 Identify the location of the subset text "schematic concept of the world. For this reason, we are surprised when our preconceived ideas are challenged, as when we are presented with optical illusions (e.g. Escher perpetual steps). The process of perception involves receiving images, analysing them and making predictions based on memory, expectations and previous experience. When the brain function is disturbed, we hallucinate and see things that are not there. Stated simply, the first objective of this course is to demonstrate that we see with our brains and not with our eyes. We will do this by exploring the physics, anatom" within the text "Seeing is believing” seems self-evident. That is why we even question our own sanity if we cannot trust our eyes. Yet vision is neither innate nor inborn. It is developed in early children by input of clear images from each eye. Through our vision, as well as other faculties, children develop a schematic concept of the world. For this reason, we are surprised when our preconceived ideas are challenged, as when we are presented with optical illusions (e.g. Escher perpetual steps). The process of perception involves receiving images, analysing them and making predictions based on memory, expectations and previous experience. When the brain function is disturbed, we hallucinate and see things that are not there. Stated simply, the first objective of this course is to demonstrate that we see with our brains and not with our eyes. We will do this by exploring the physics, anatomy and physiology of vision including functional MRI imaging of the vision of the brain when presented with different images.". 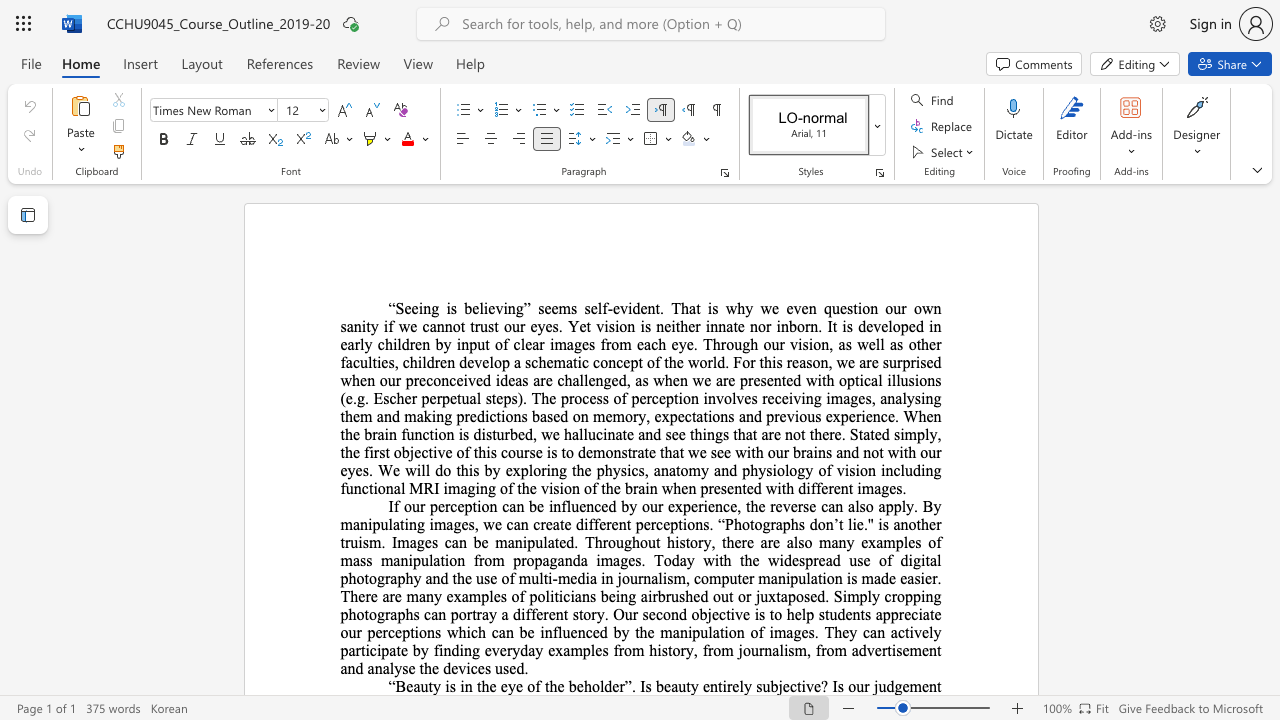
(525, 362).